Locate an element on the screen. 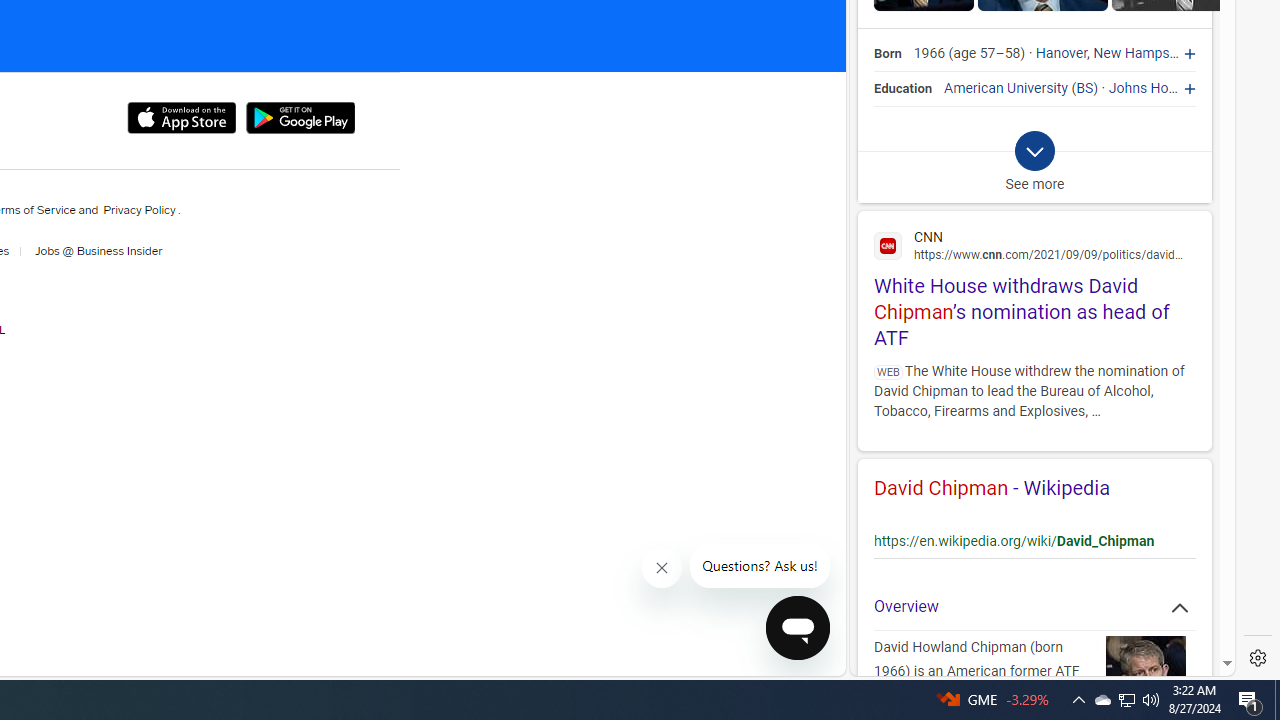 The image size is (1280, 720). 'Class: sc-1k07fow-1 cbnSms' is located at coordinates (797, 626).